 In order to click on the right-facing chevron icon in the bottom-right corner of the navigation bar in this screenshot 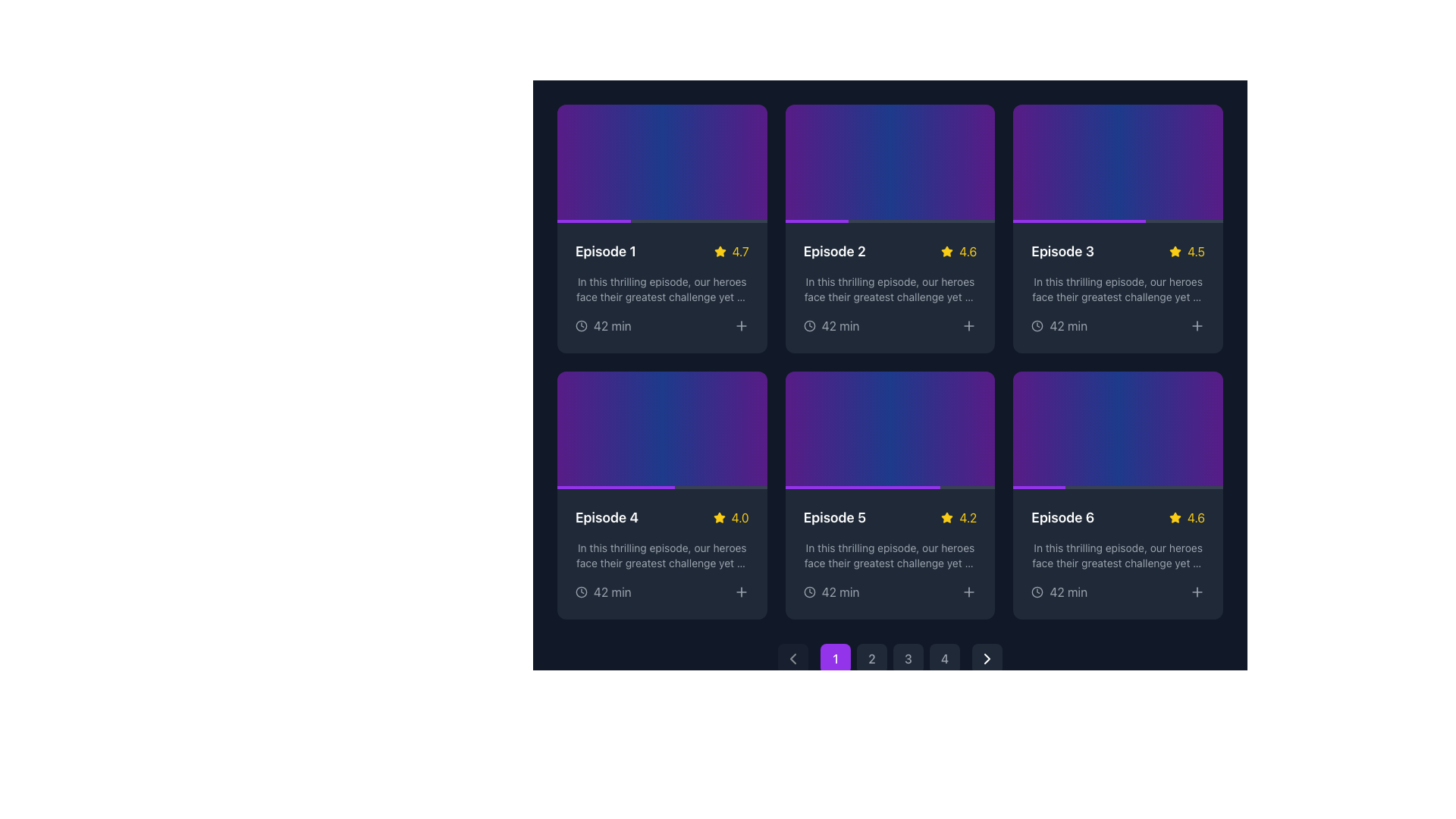, I will do `click(987, 657)`.